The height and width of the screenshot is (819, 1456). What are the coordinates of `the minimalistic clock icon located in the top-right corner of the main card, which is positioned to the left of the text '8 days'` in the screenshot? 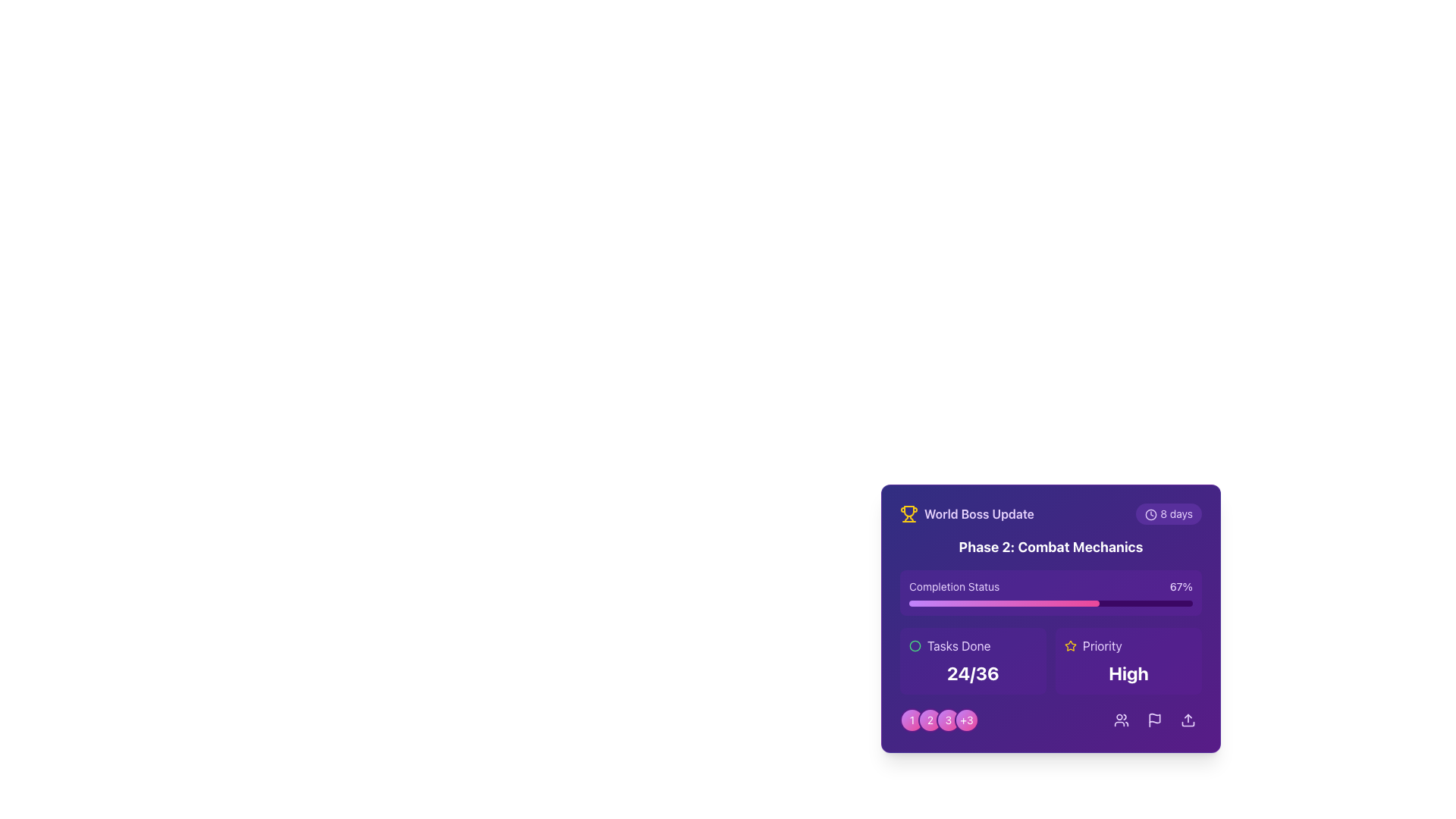 It's located at (1151, 514).